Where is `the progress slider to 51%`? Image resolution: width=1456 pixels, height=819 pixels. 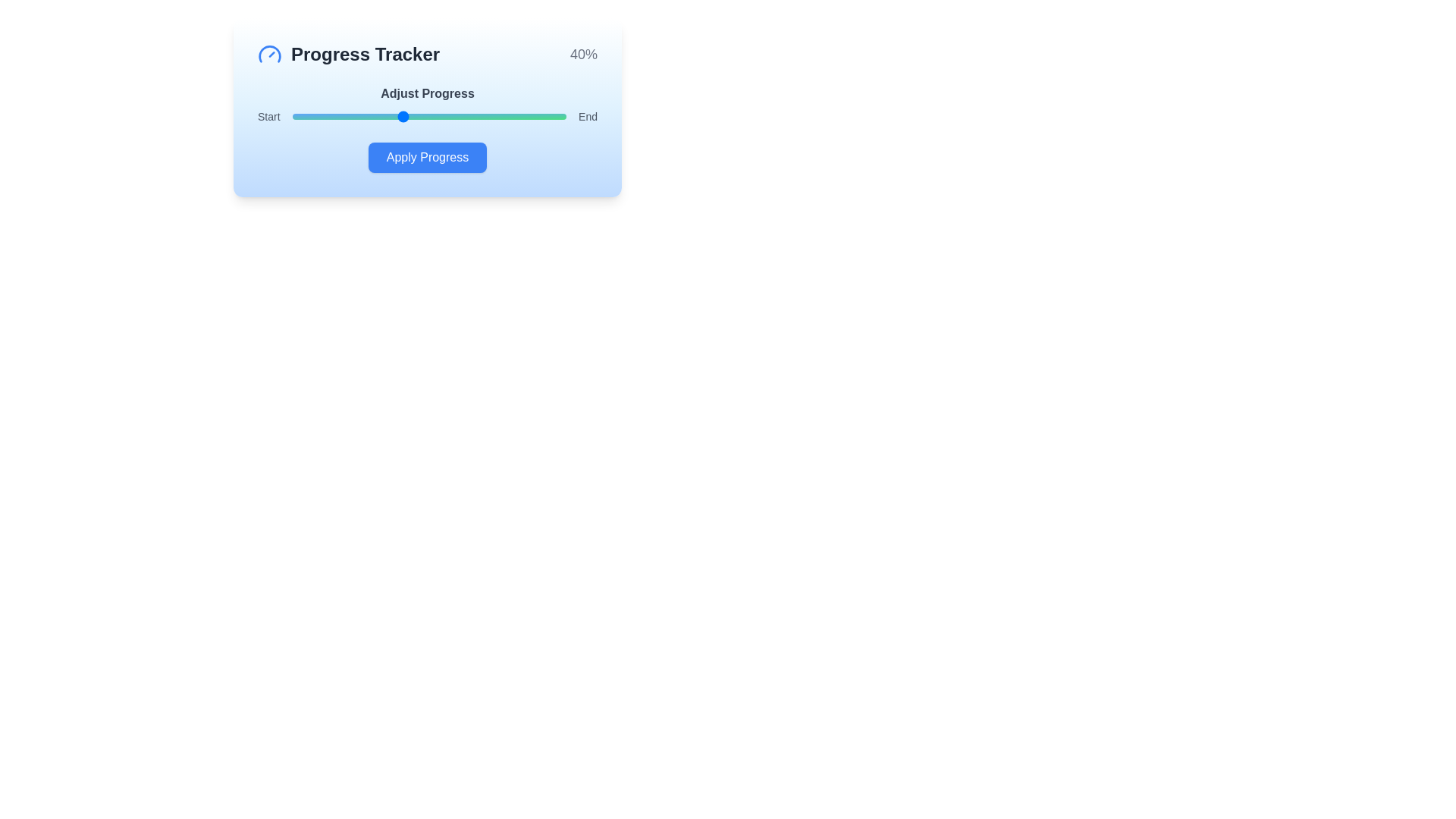
the progress slider to 51% is located at coordinates (431, 116).